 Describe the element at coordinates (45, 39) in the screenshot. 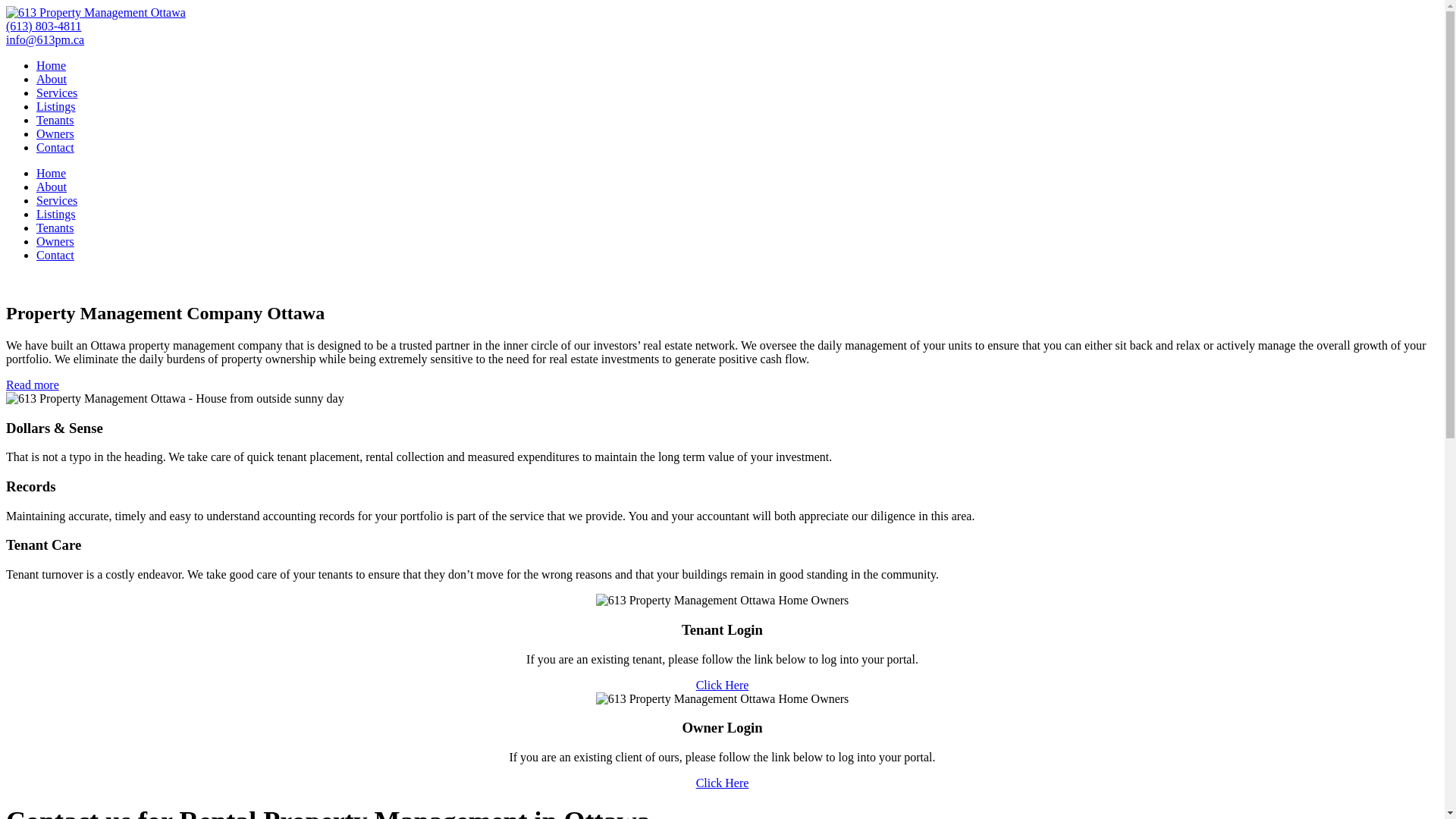

I see `'info@613pm.ca'` at that location.